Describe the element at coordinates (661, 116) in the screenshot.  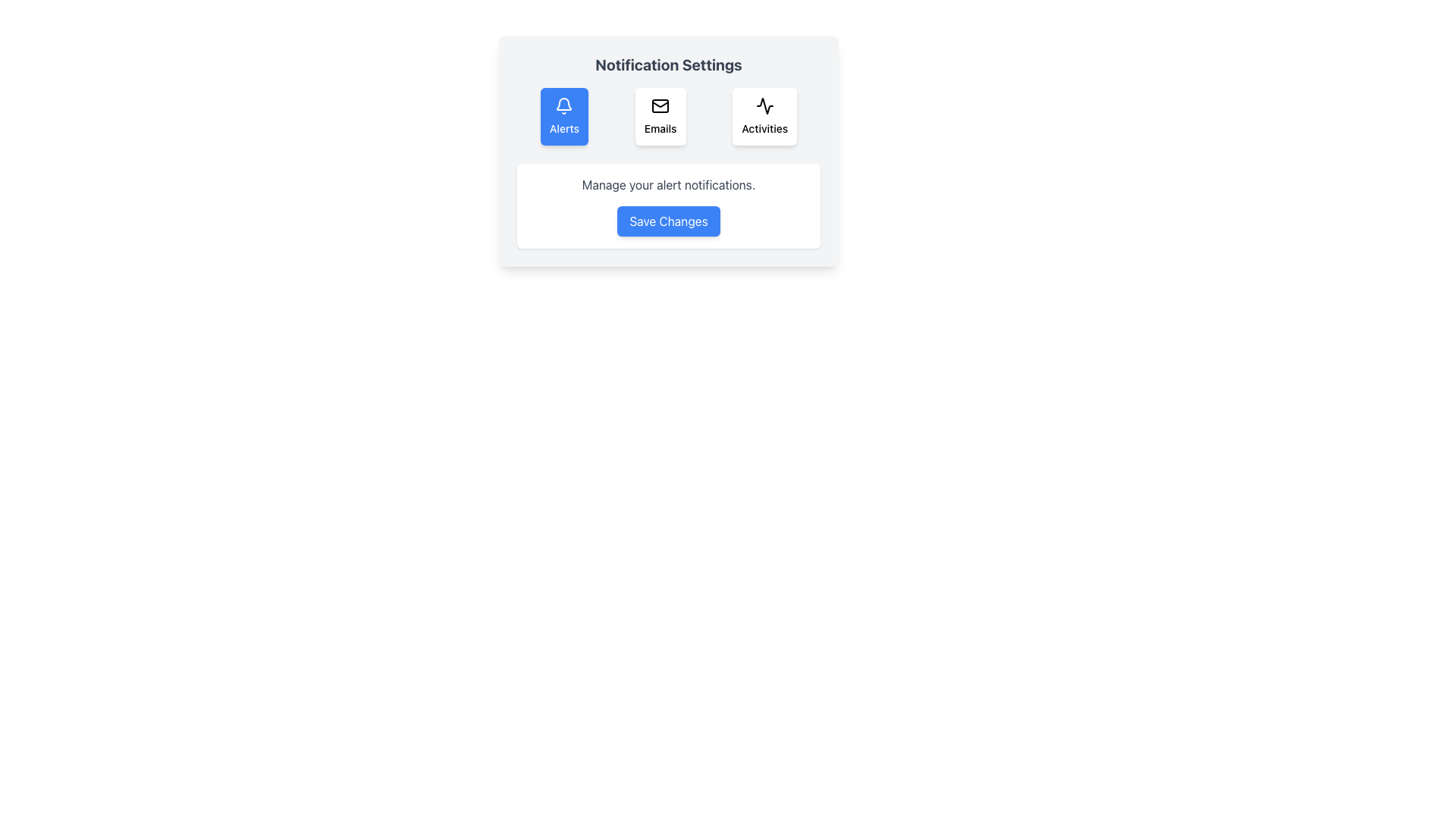
I see `the 'Emails' button with a white background and black envelope icon, located in the middle of three buttons in the 'Notification Settings' section` at that location.